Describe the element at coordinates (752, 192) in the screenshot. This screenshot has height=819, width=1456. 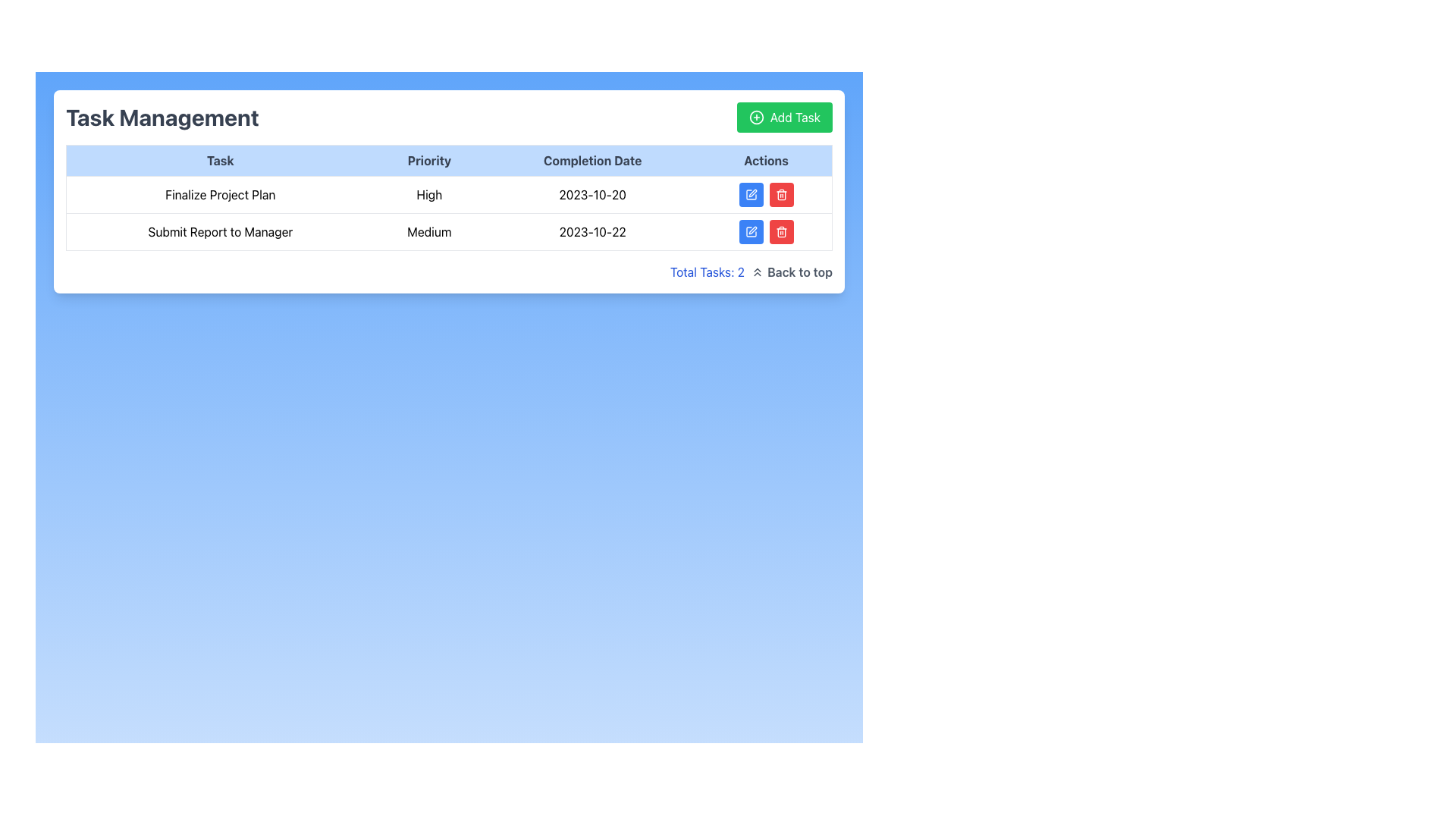
I see `the pencil icon in the 'Actions' column of the second row in the 'Task Management' section` at that location.